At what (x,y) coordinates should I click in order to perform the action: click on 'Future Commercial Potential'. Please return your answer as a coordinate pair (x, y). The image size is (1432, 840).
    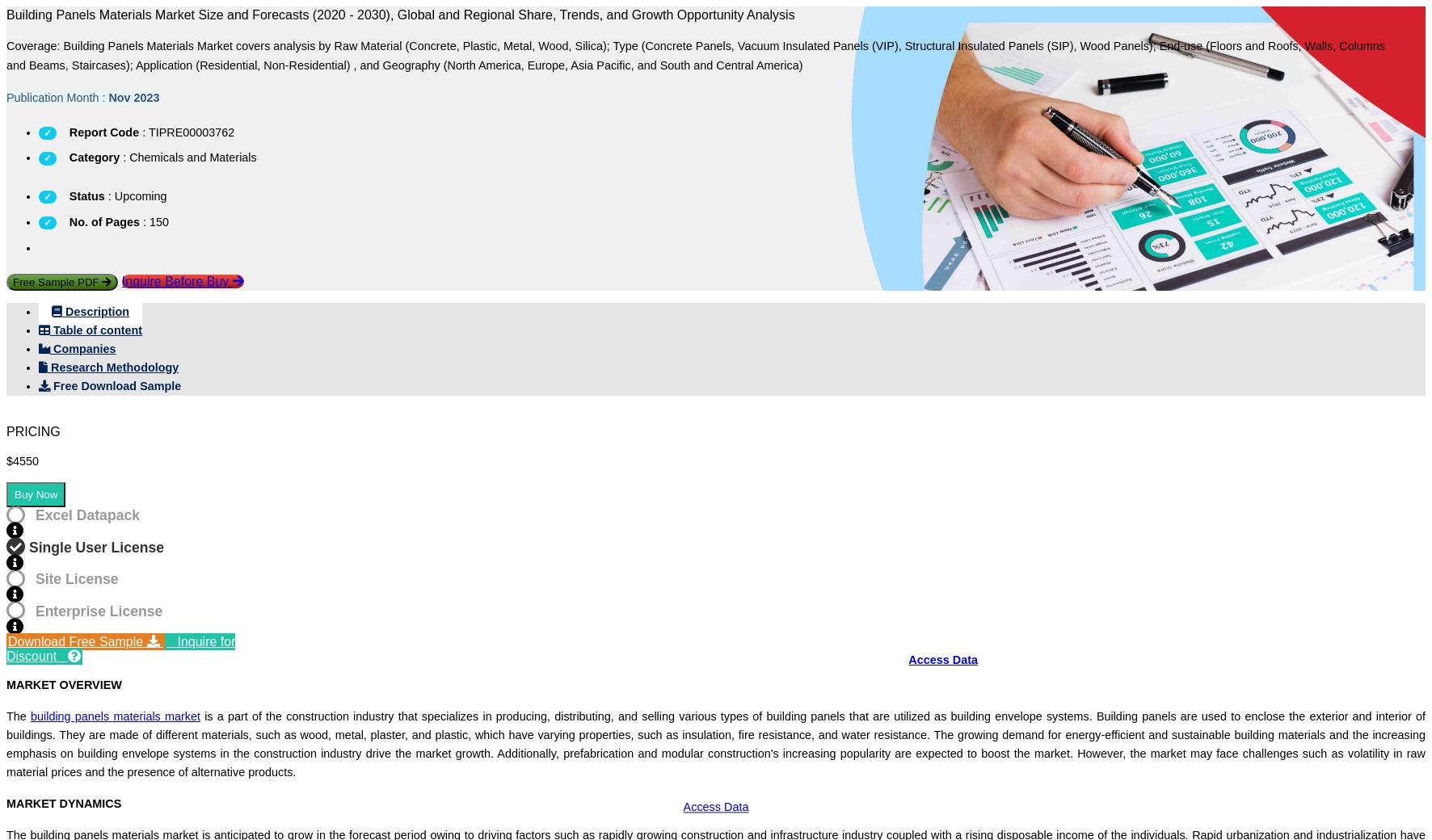
    Looking at the image, I should click on (320, 737).